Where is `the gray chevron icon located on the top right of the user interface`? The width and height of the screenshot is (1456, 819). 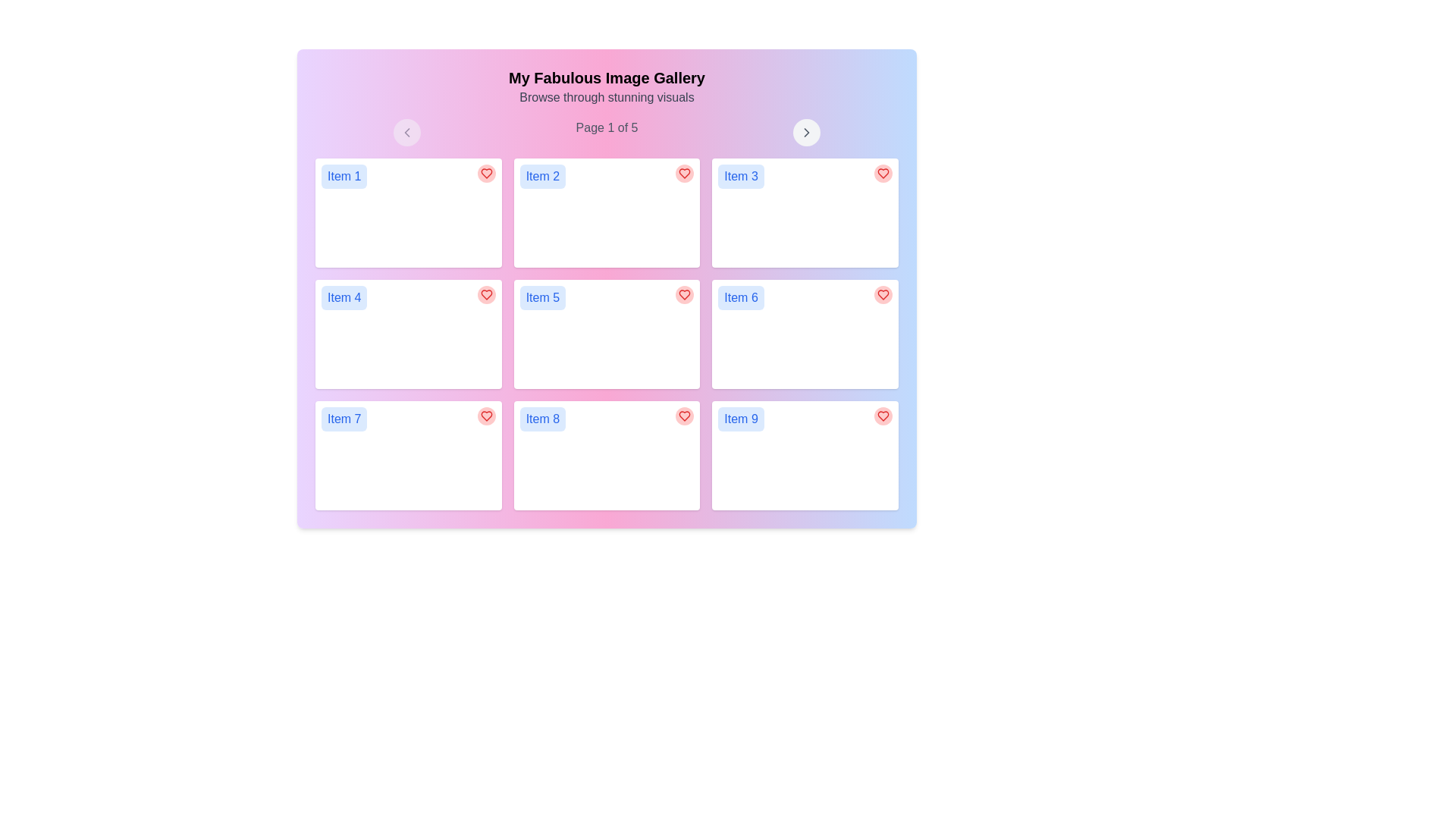 the gray chevron icon located on the top right of the user interface is located at coordinates (806, 131).